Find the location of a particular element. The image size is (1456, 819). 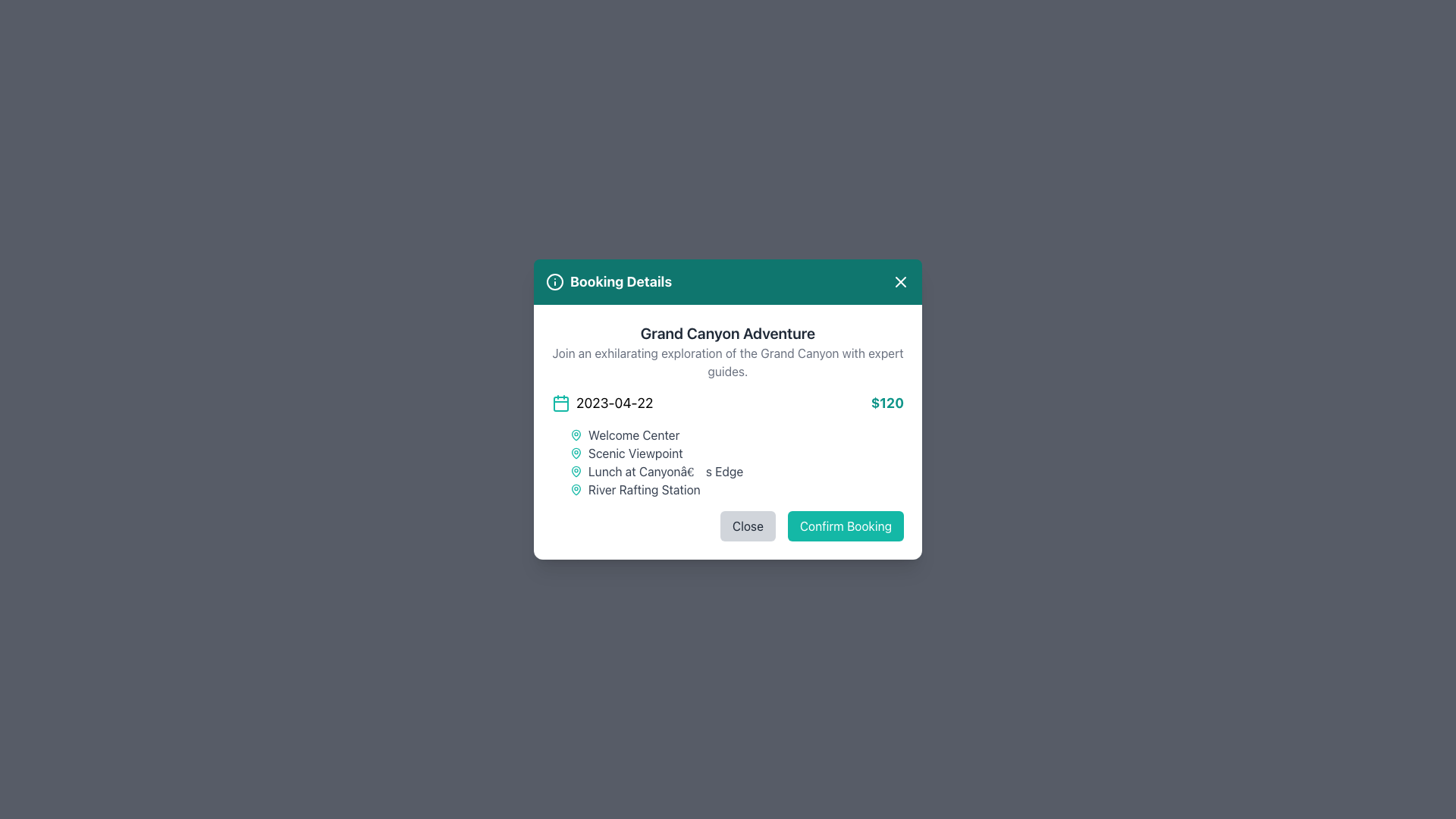

text of the third list item in the booking summary, which provides details about an itinerary or stop point, located between 'Scenic Viewpoint' and 'River Rafting Station' is located at coordinates (736, 470).